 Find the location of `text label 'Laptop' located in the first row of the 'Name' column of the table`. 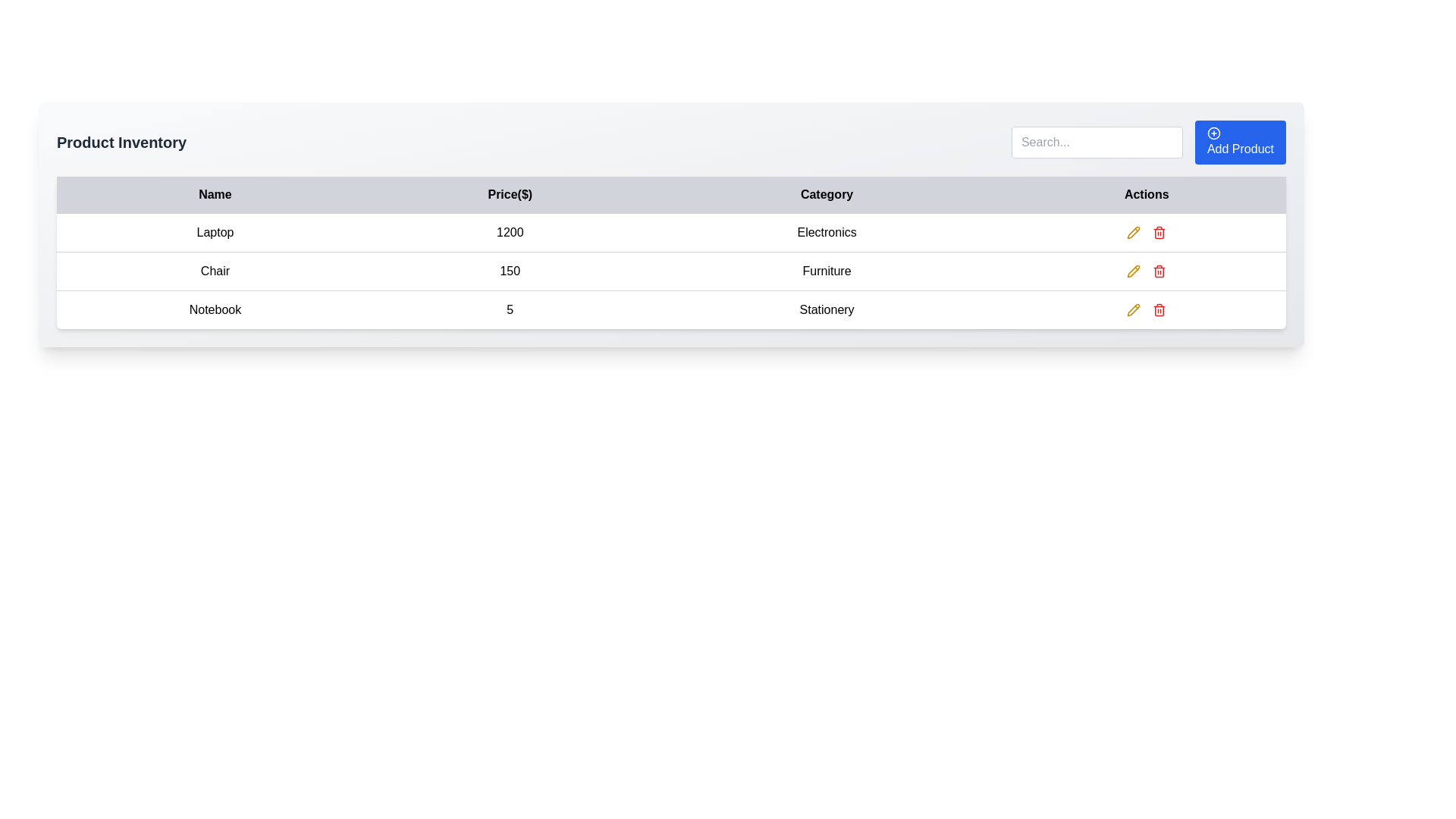

text label 'Laptop' located in the first row of the 'Name' column of the table is located at coordinates (214, 233).